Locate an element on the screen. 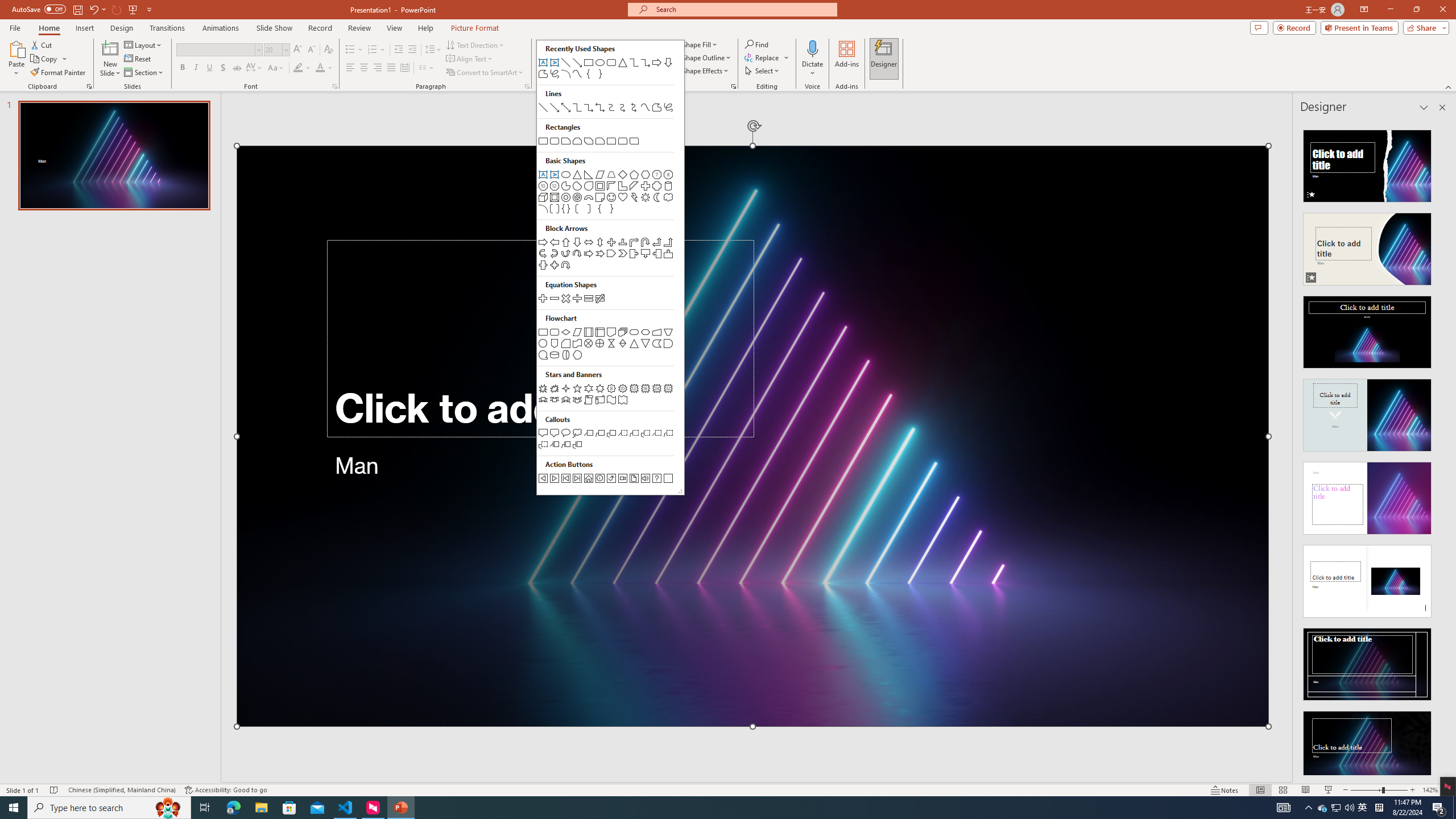 Image resolution: width=1456 pixels, height=819 pixels. 'Microsoft Edge' is located at coordinates (233, 806).